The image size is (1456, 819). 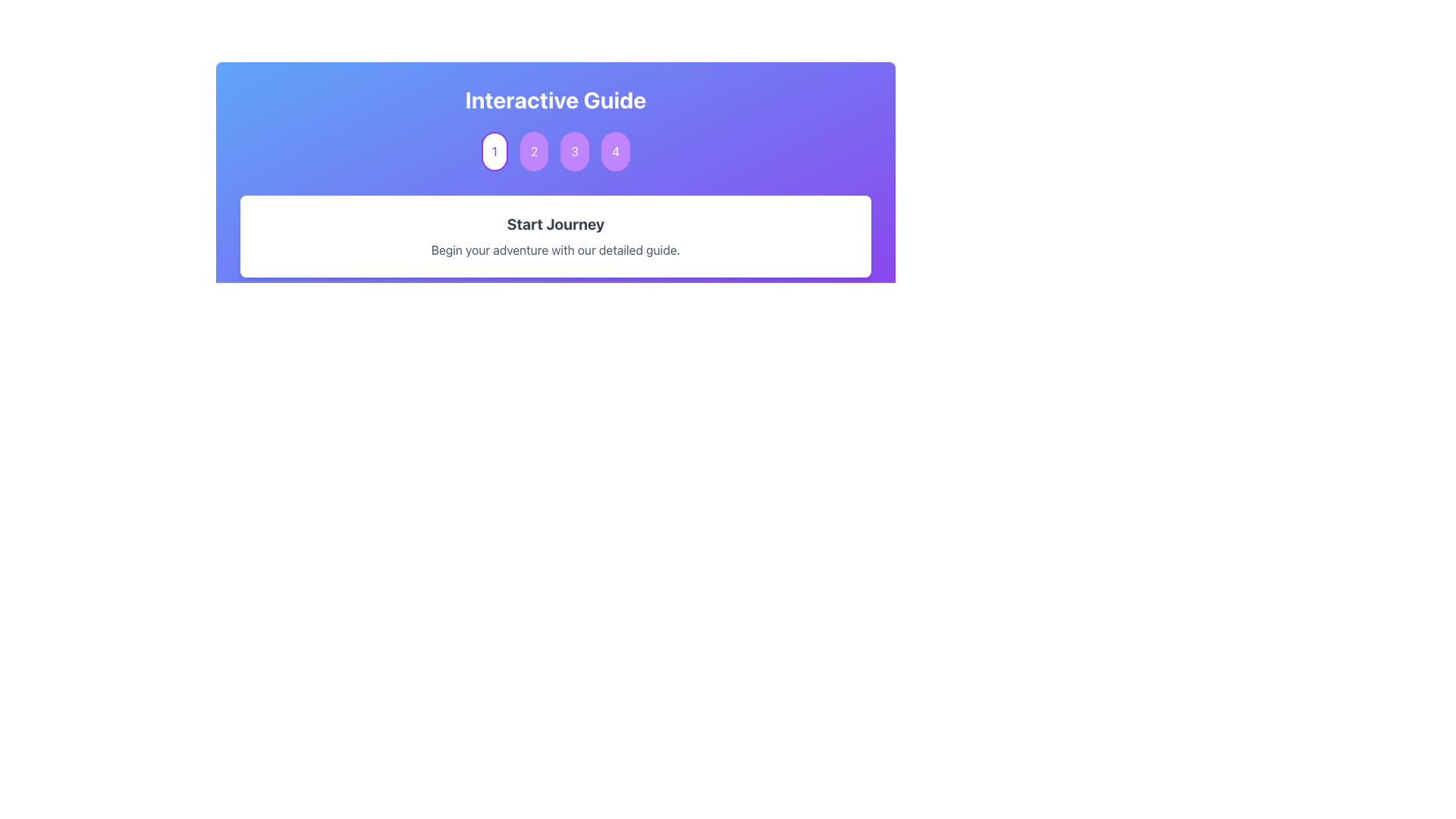 I want to click on the rounded purple button displaying the number 4, which is the fourth button in a row of four under the 'Interactive Guide' heading, so click(x=616, y=152).